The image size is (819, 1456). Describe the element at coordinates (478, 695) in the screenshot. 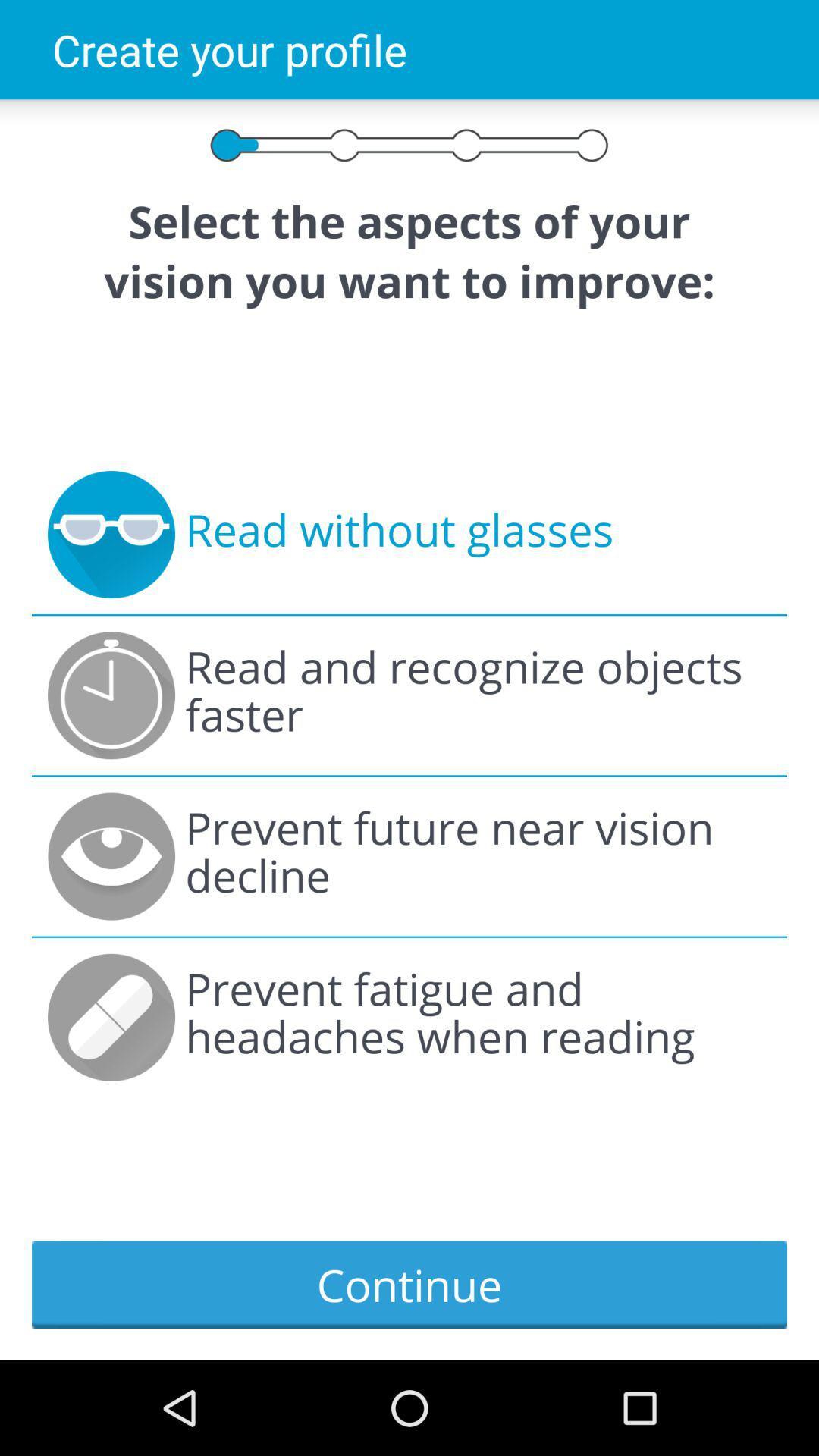

I see `item above the prevent future near` at that location.